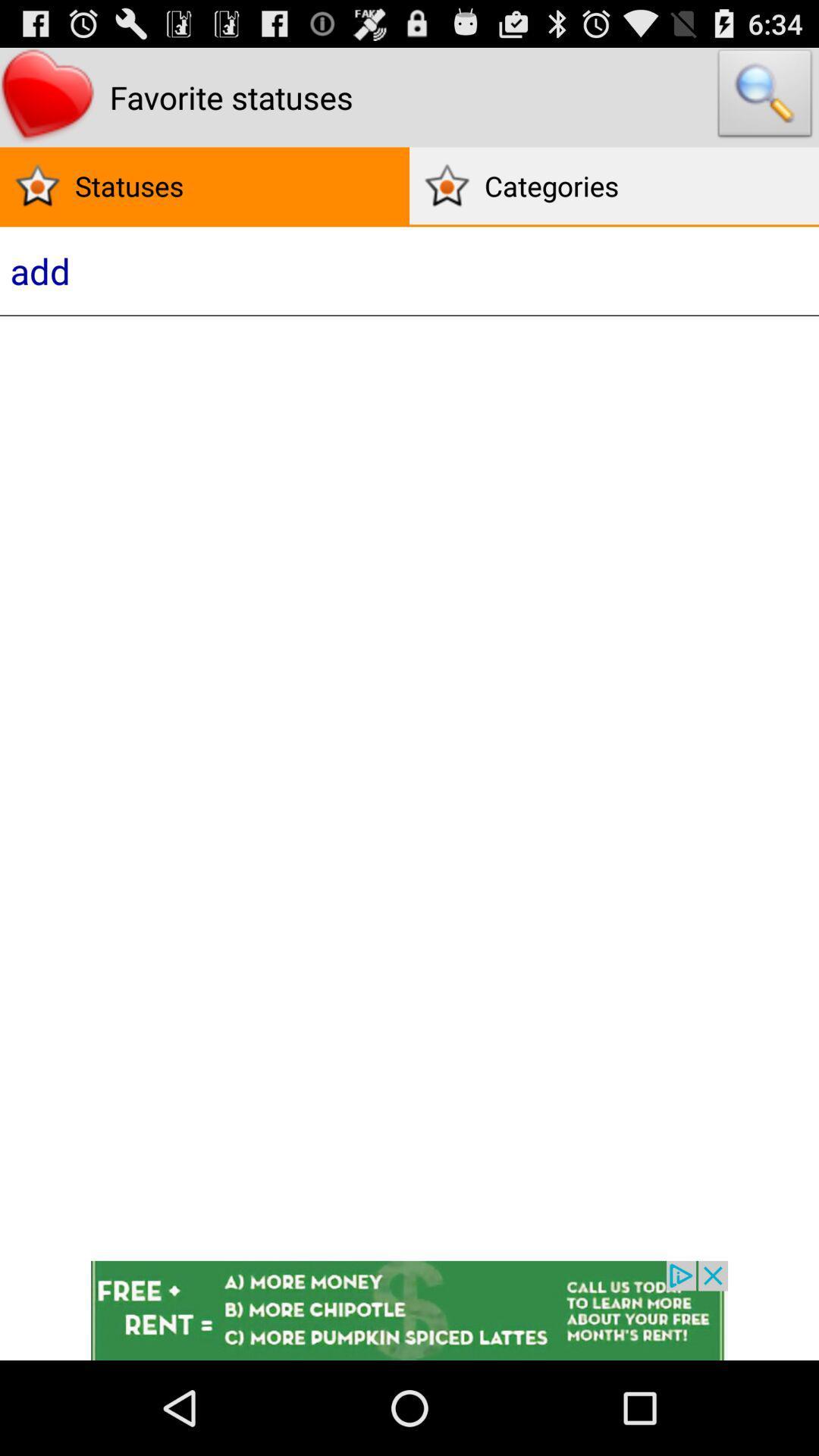 The height and width of the screenshot is (1456, 819). Describe the element at coordinates (409, 1310) in the screenshot. I see `click advertisement` at that location.